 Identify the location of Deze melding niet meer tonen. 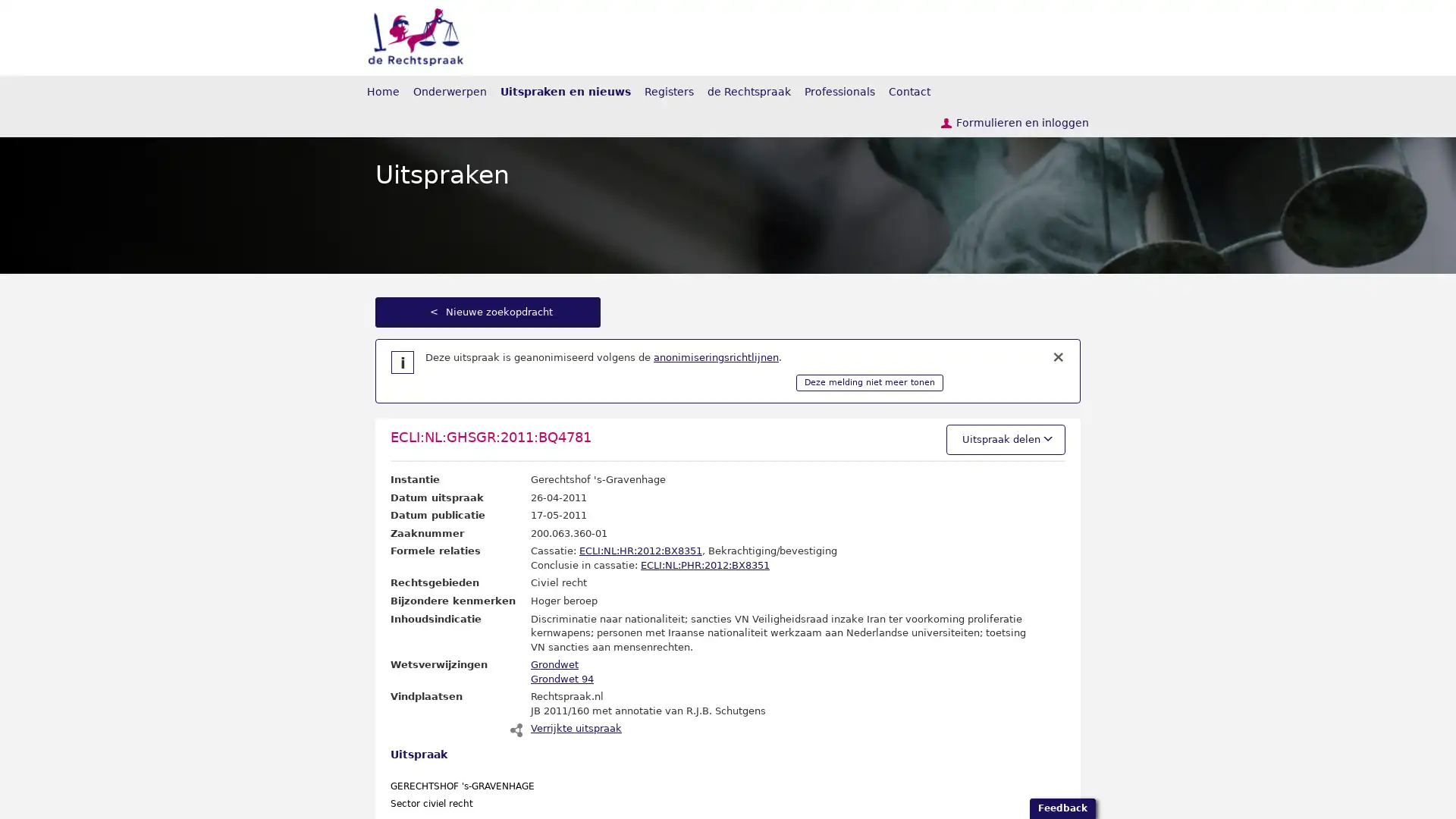
(869, 382).